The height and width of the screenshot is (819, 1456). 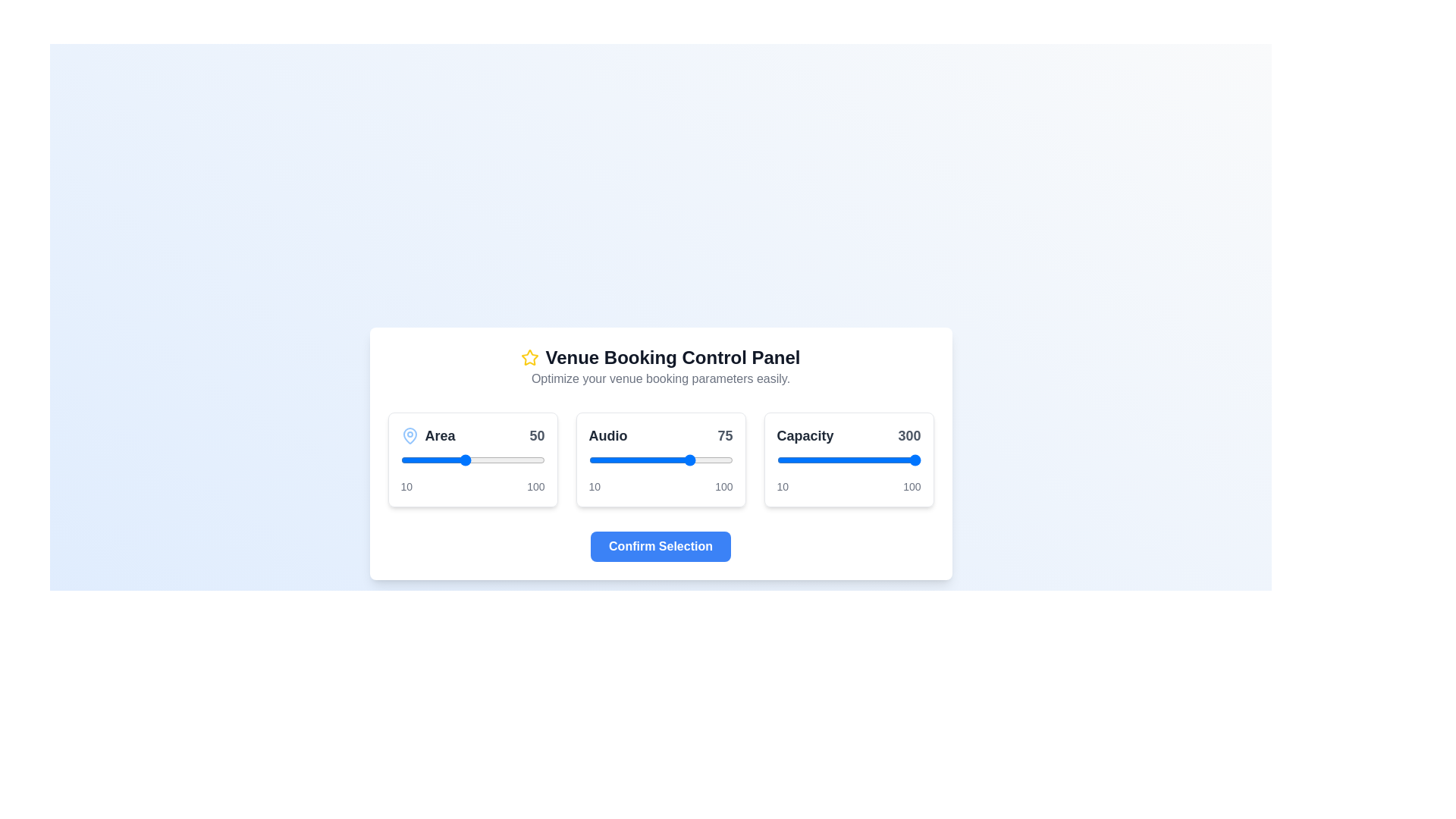 I want to click on the audio level, so click(x=616, y=459).